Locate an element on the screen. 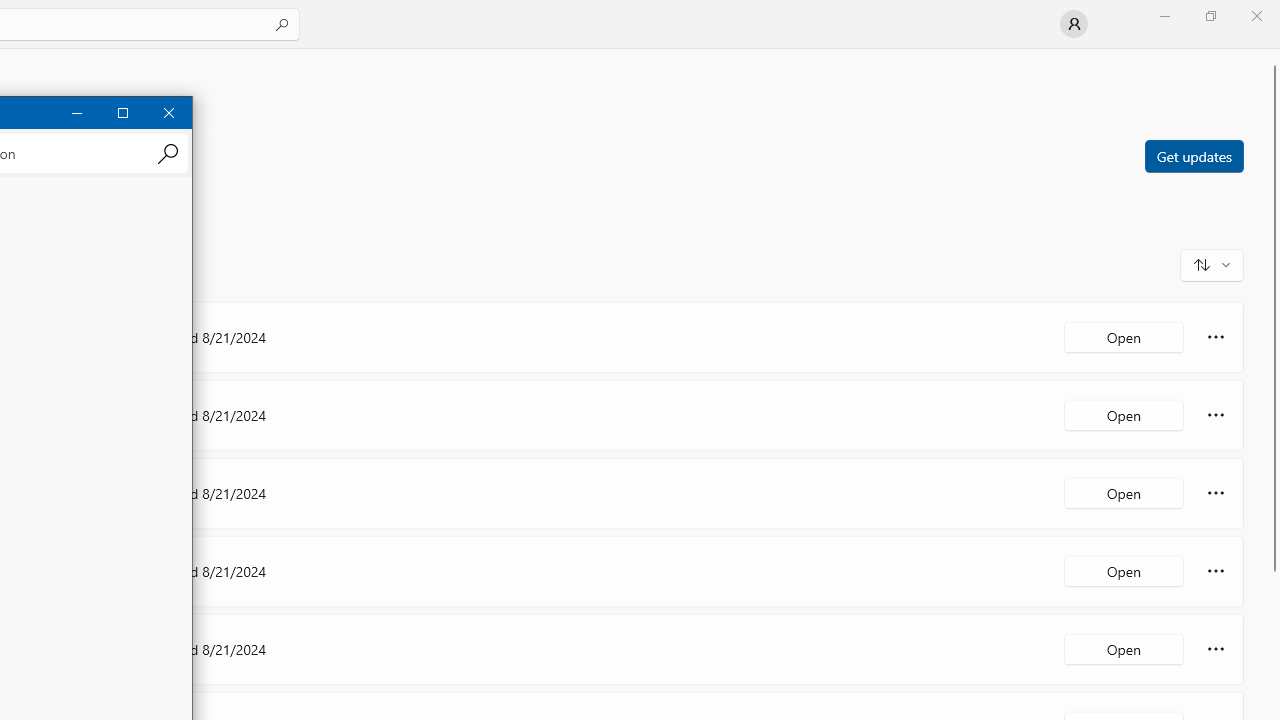  'Close Microsoft Store' is located at coordinates (1255, 15).